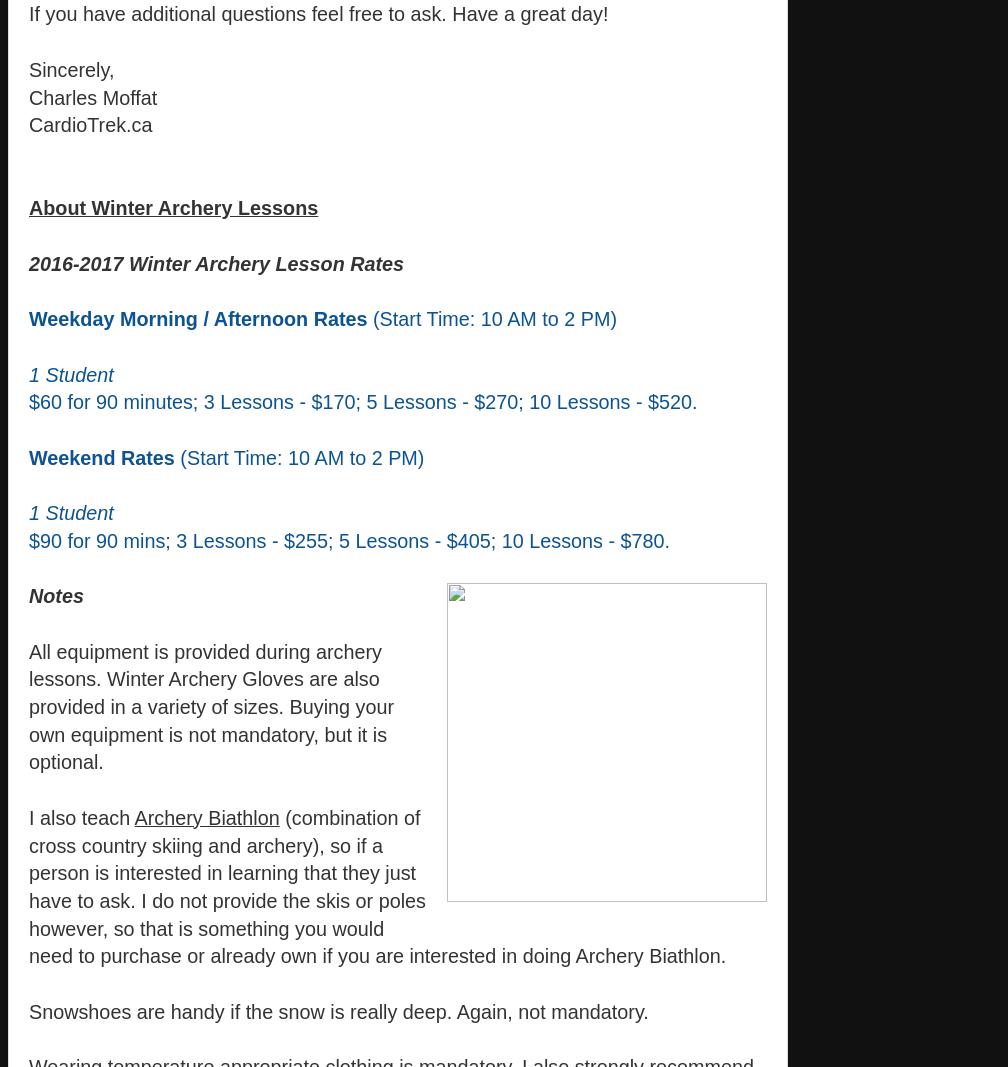 Image resolution: width=1008 pixels, height=1067 pixels. What do you see at coordinates (349, 540) in the screenshot?
I see `'$90 for 90 mins; 3 Lessons - $255; 5 Lessons - $405; 10 Lessons - $780.'` at bounding box center [349, 540].